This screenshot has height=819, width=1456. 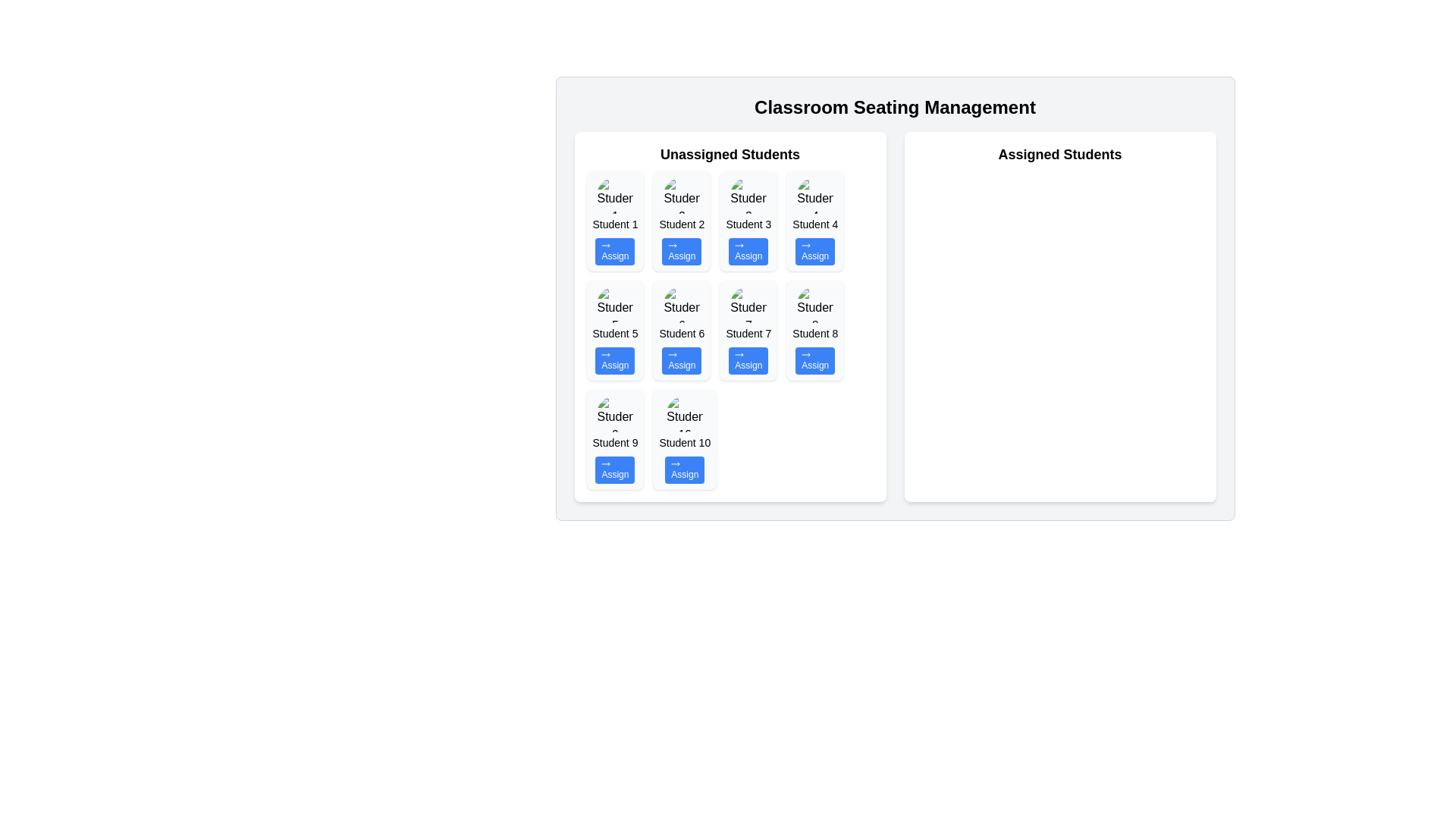 I want to click on the profile picture of 'Student 4' located in the 'Unassigned Students' section, which is the fourth item in the grid, so click(x=814, y=195).